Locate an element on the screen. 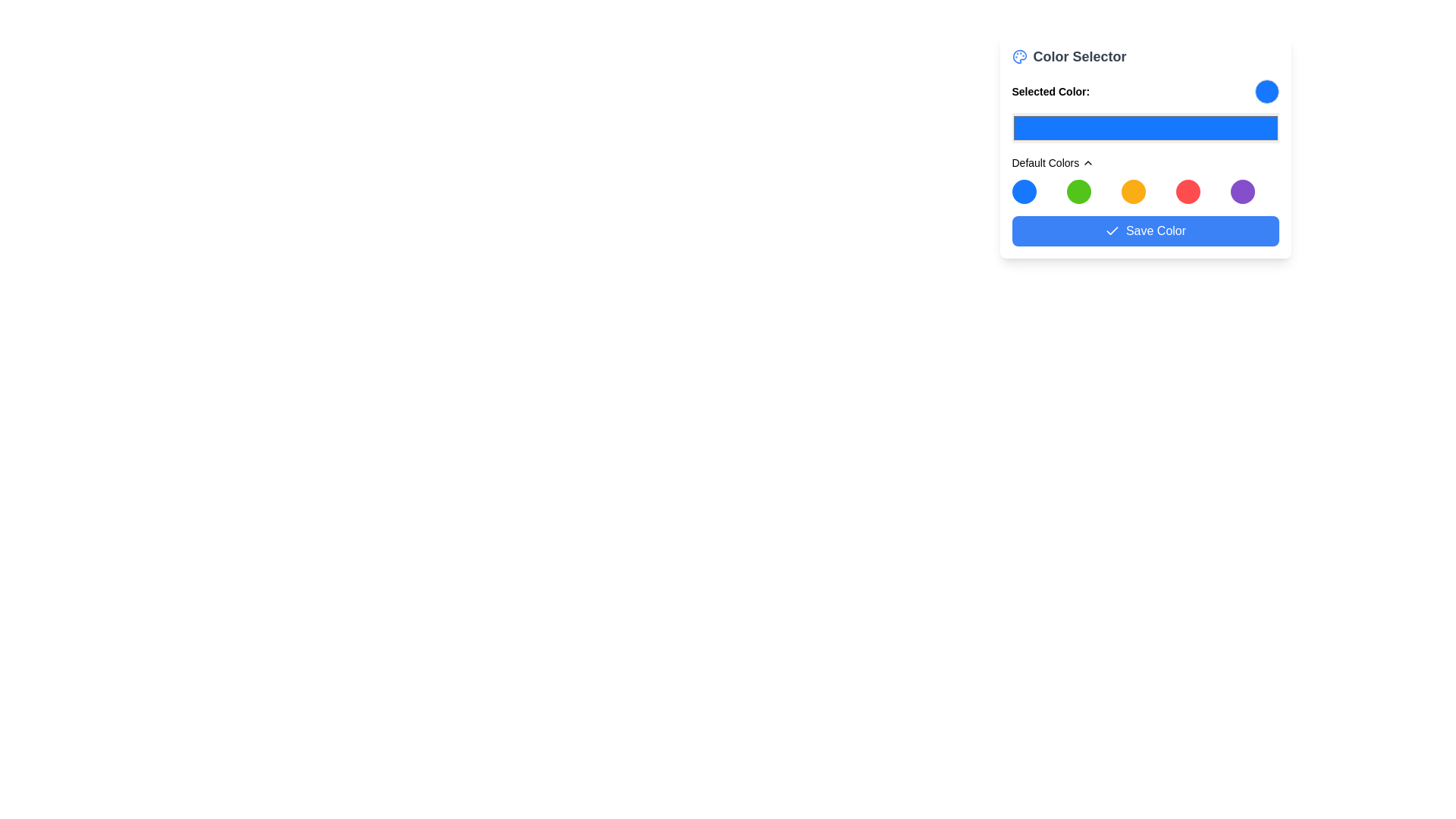 This screenshot has width=1456, height=819. the blue palette icon located at the top left of the color-selection widget, which is above the 'Color Selector' text, to visually identify the section is located at coordinates (1019, 55).